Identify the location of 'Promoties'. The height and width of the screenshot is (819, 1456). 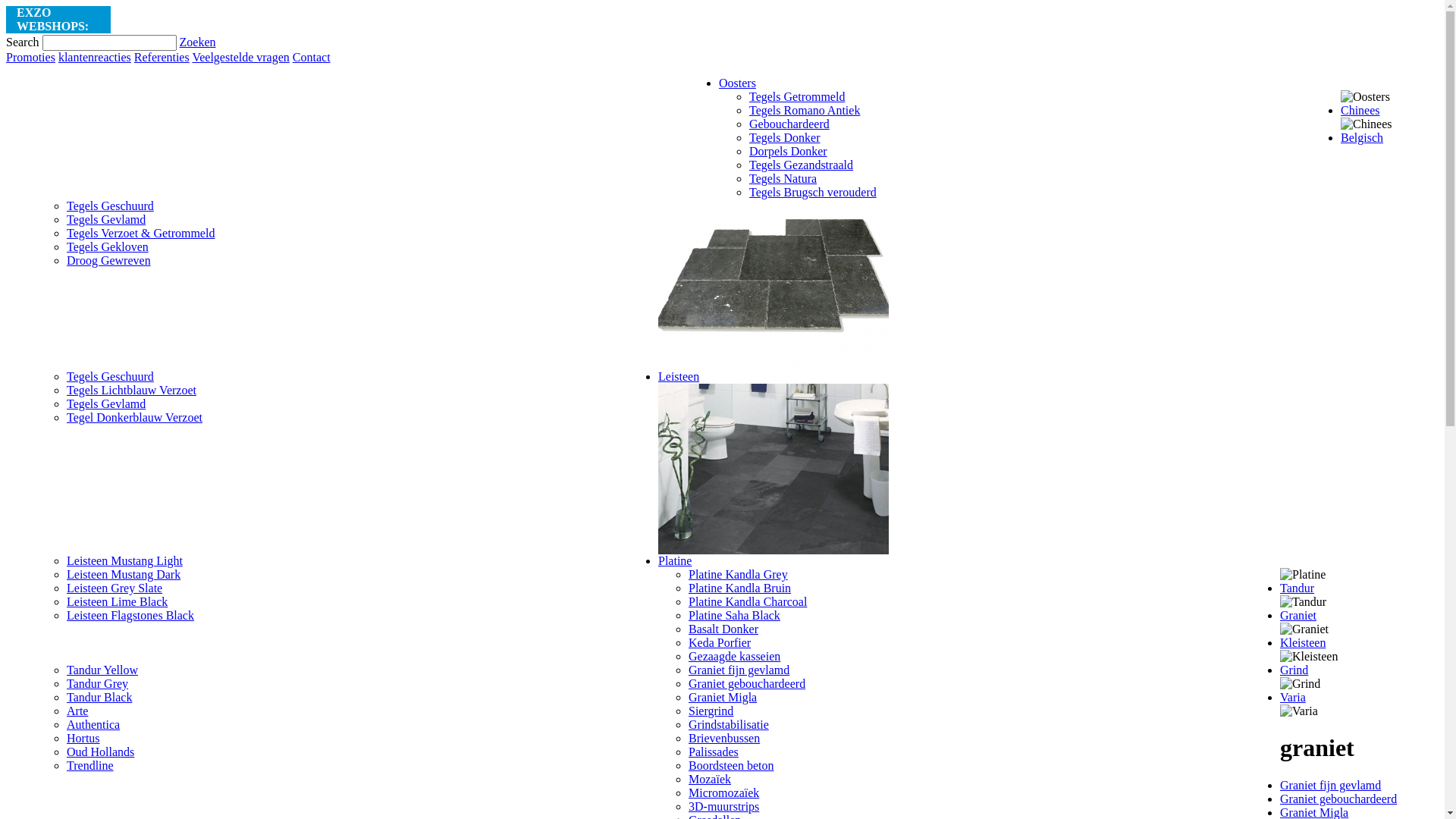
(30, 56).